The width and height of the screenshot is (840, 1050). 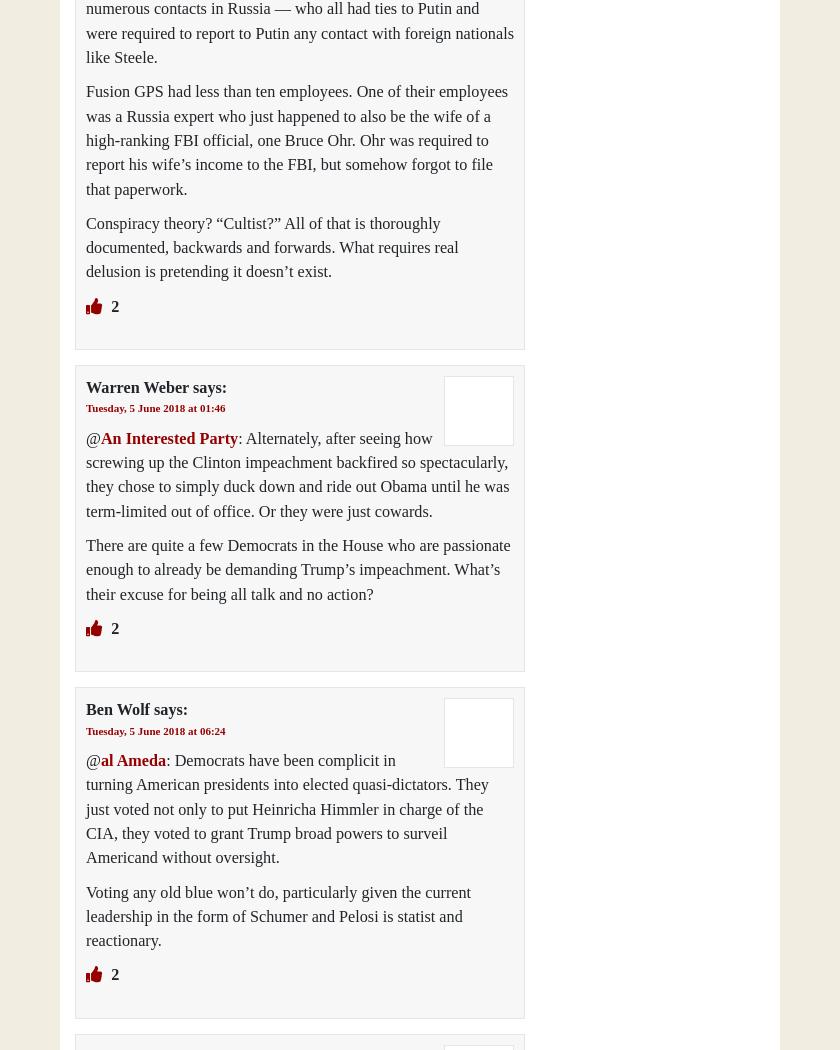 What do you see at coordinates (118, 710) in the screenshot?
I see `'Ben Wolf'` at bounding box center [118, 710].